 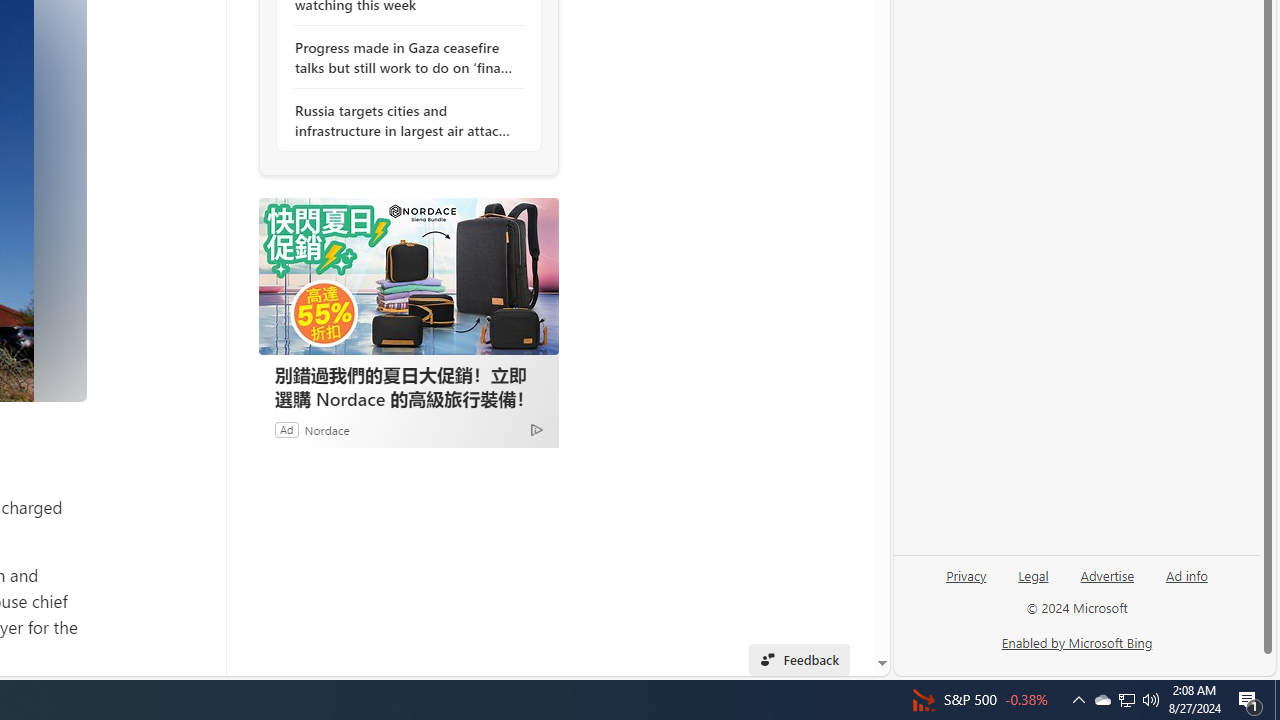 What do you see at coordinates (798, 659) in the screenshot?
I see `'Feedback'` at bounding box center [798, 659].